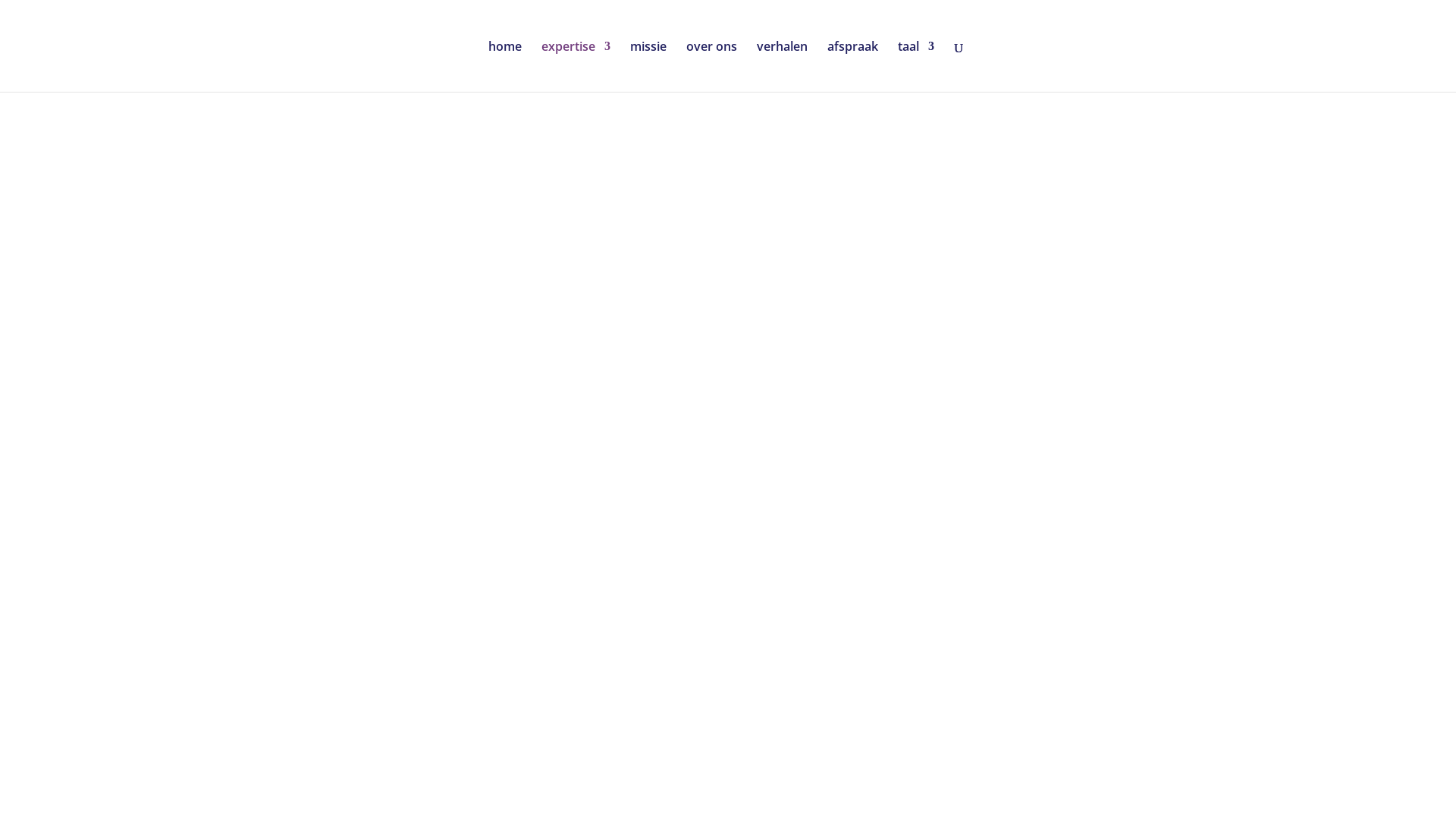 This screenshot has width=1456, height=819. What do you see at coordinates (711, 65) in the screenshot?
I see `'over ons'` at bounding box center [711, 65].